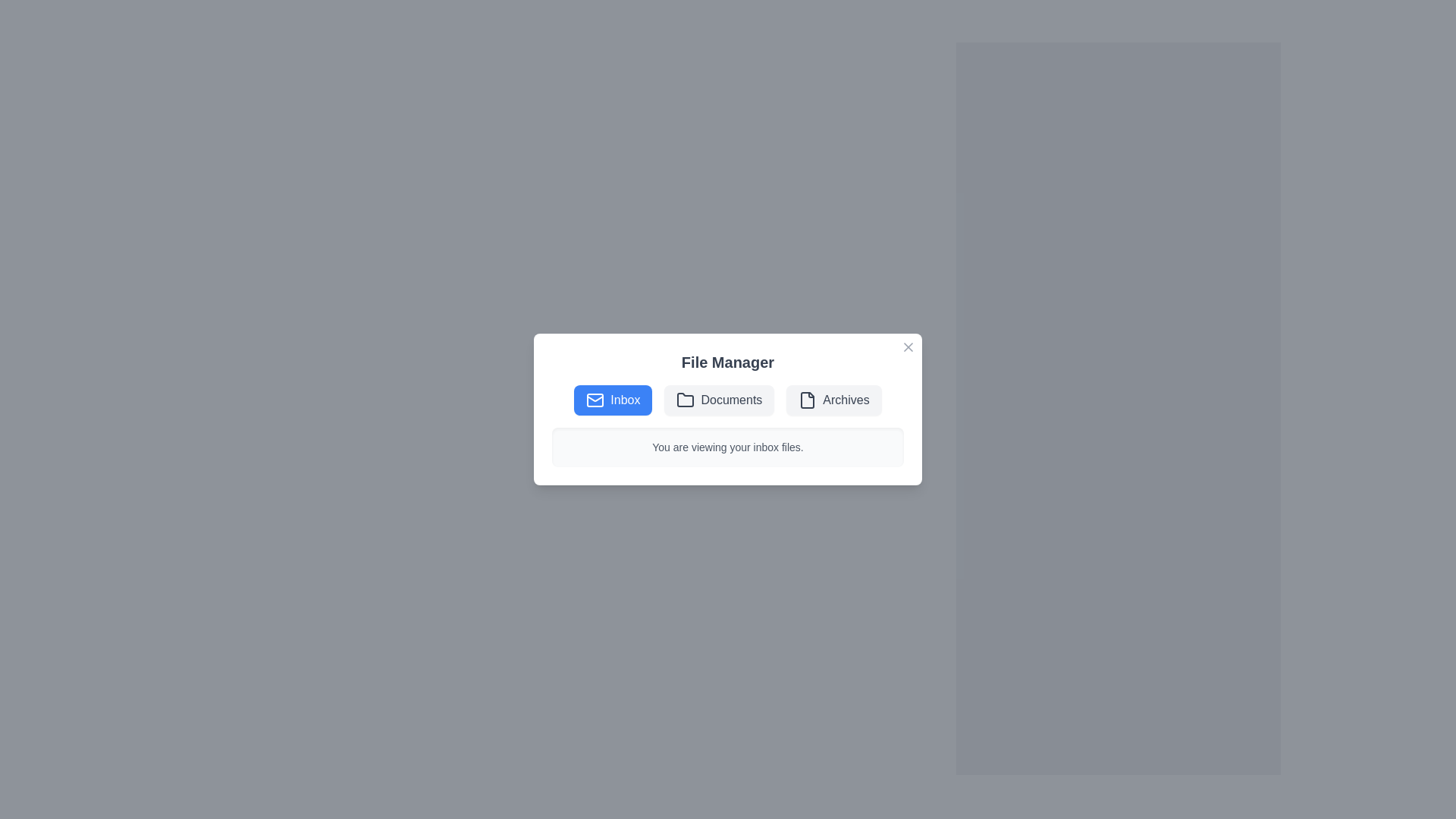 This screenshot has width=1456, height=819. I want to click on informational text label indicating that the user is viewing their inbox files, located at the bottom section of the 'File Manager' dialog box, so click(728, 447).